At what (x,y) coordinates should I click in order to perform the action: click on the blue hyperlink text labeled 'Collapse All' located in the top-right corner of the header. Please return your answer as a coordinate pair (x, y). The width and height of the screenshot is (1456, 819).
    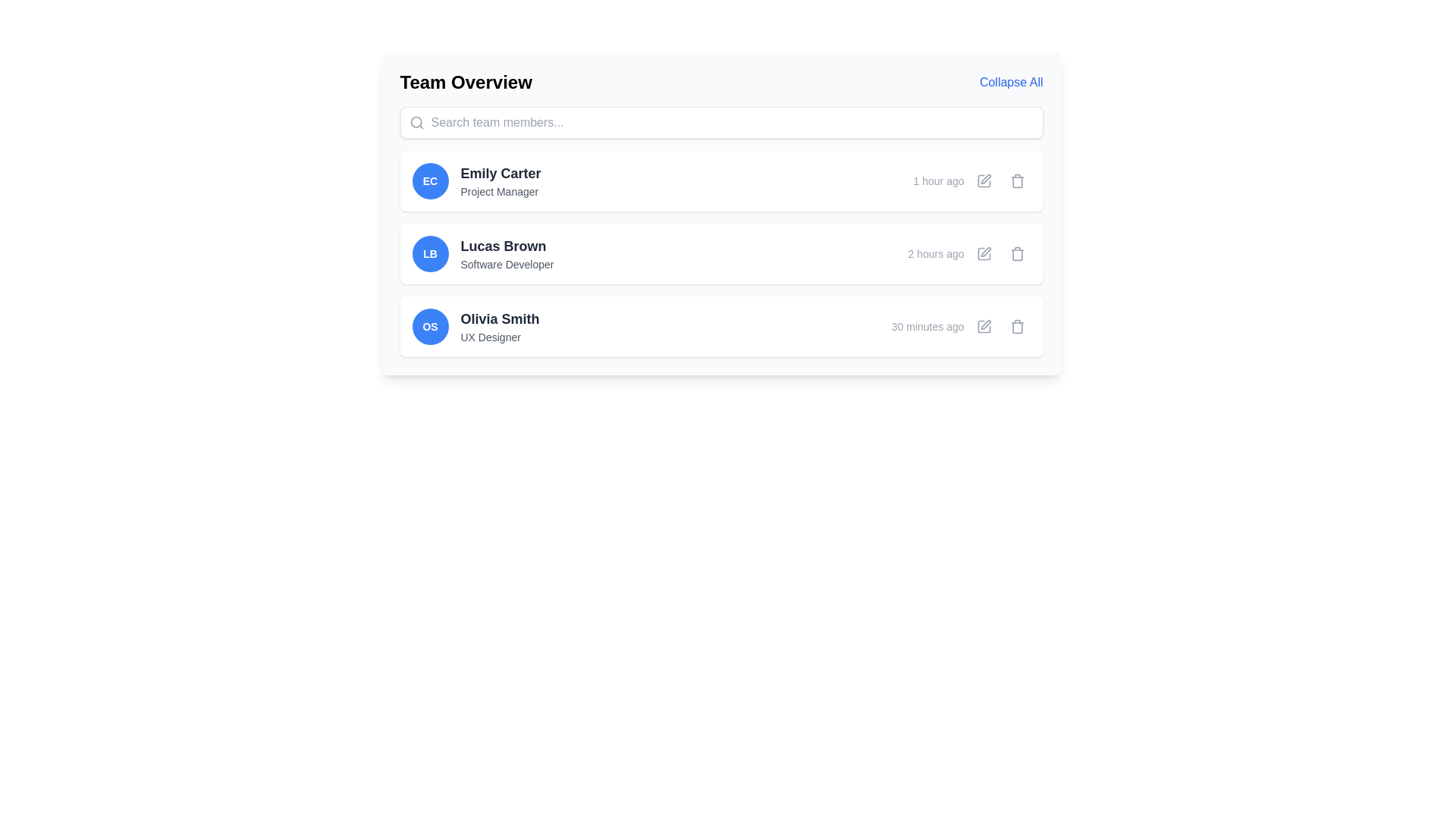
    Looking at the image, I should click on (1011, 82).